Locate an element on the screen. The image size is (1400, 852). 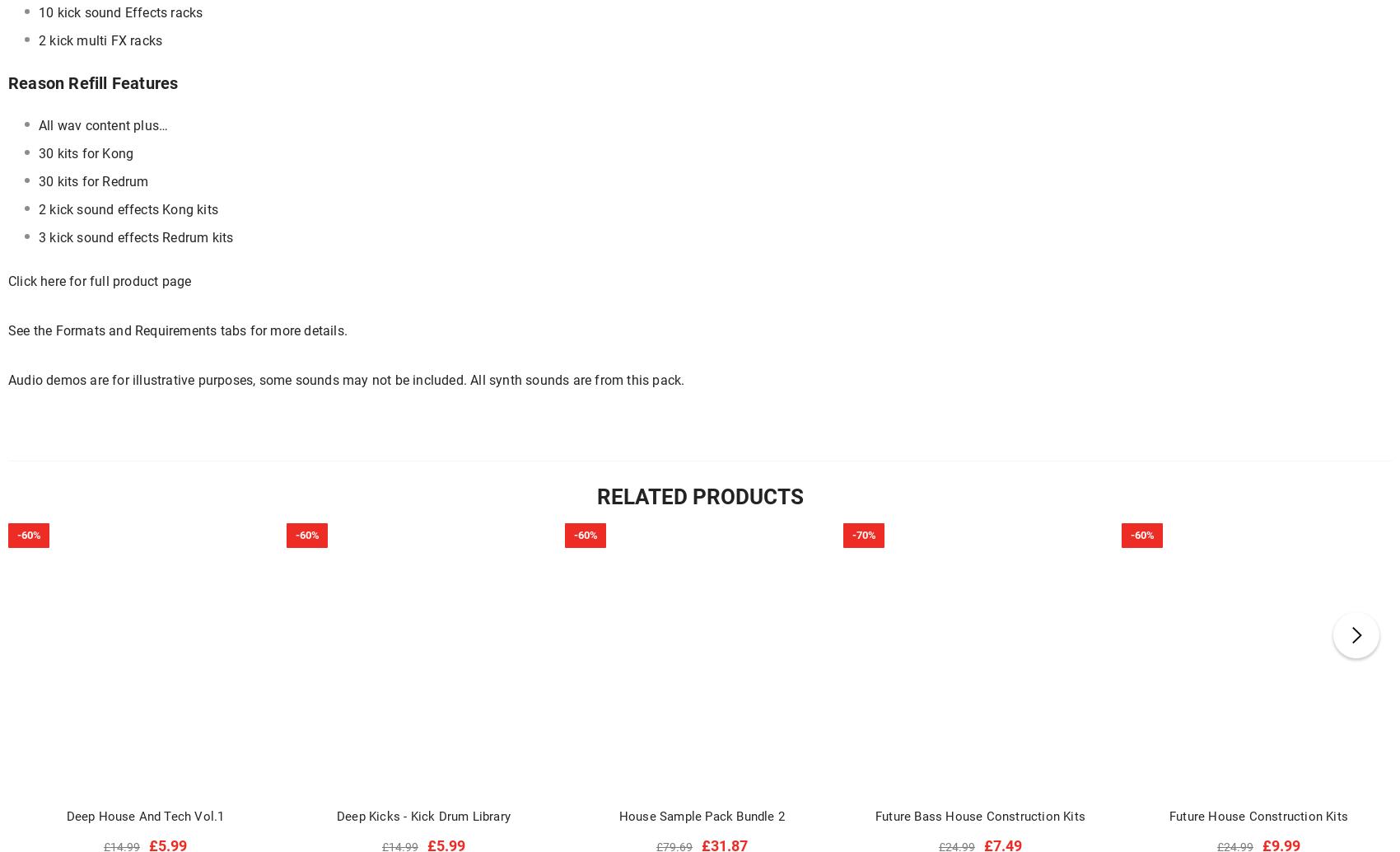
'-70%' is located at coordinates (862, 535).